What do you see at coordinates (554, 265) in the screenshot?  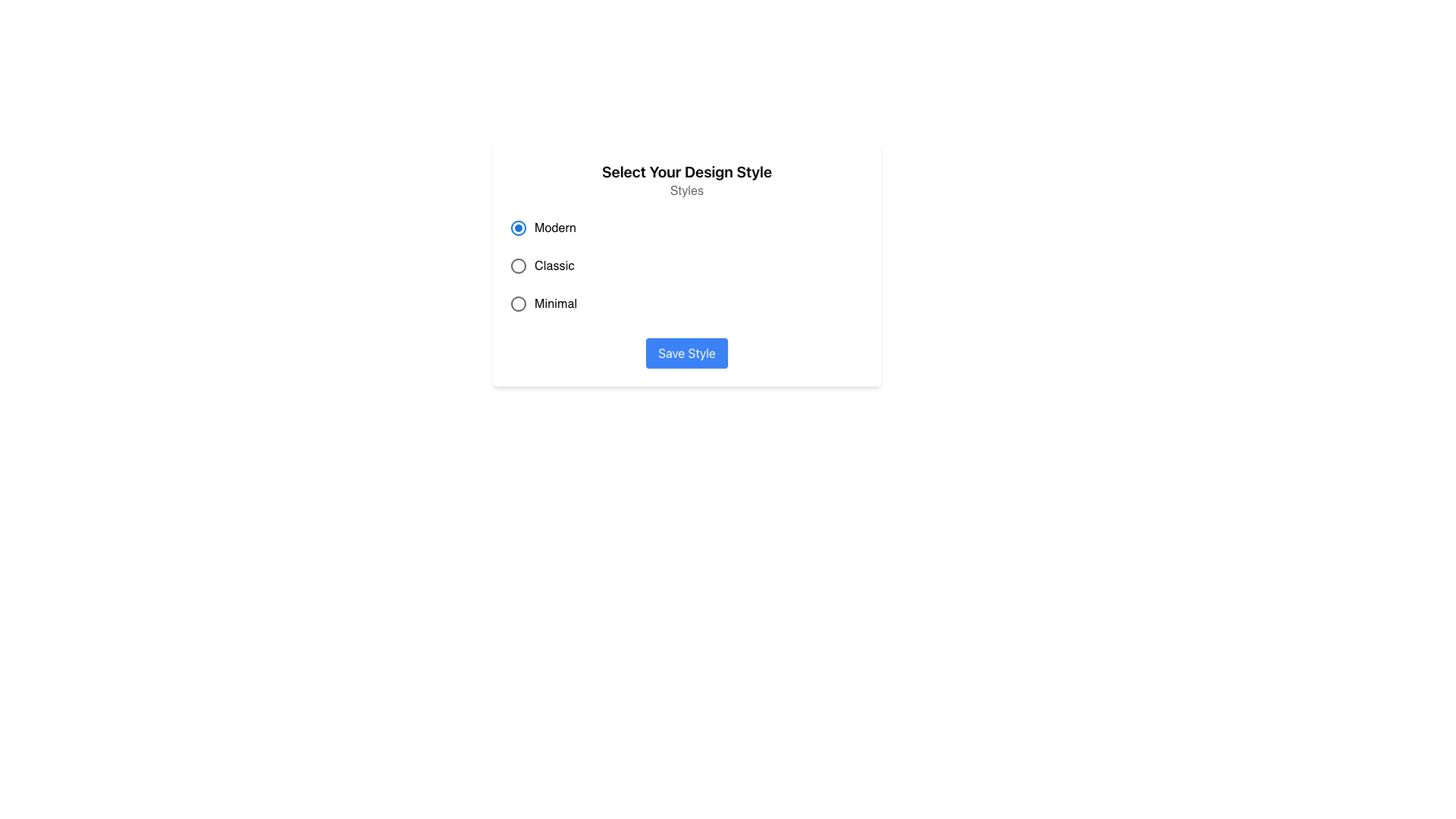 I see `the 'Classic' text label that identifies the associated radio button option for selecting a design style` at bounding box center [554, 265].